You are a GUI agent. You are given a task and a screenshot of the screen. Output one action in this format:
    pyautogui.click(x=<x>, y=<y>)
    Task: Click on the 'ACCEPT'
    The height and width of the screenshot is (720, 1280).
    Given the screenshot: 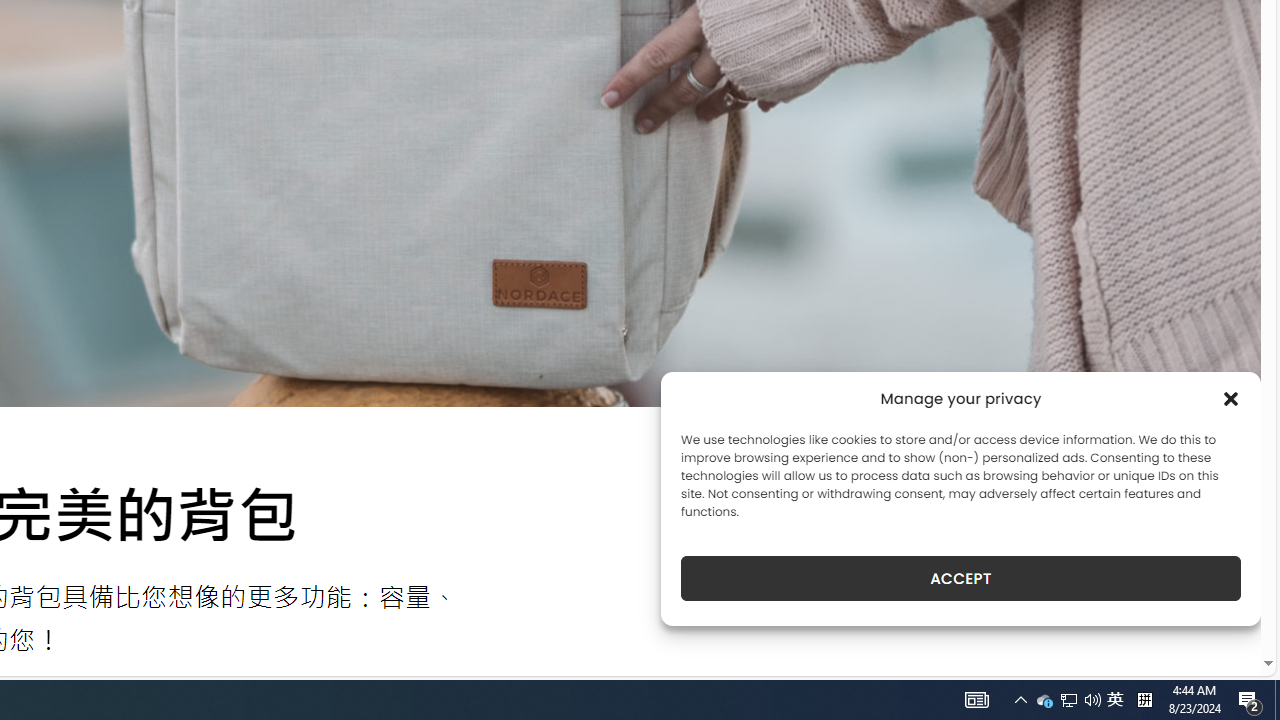 What is the action you would take?
    pyautogui.click(x=961, y=578)
    